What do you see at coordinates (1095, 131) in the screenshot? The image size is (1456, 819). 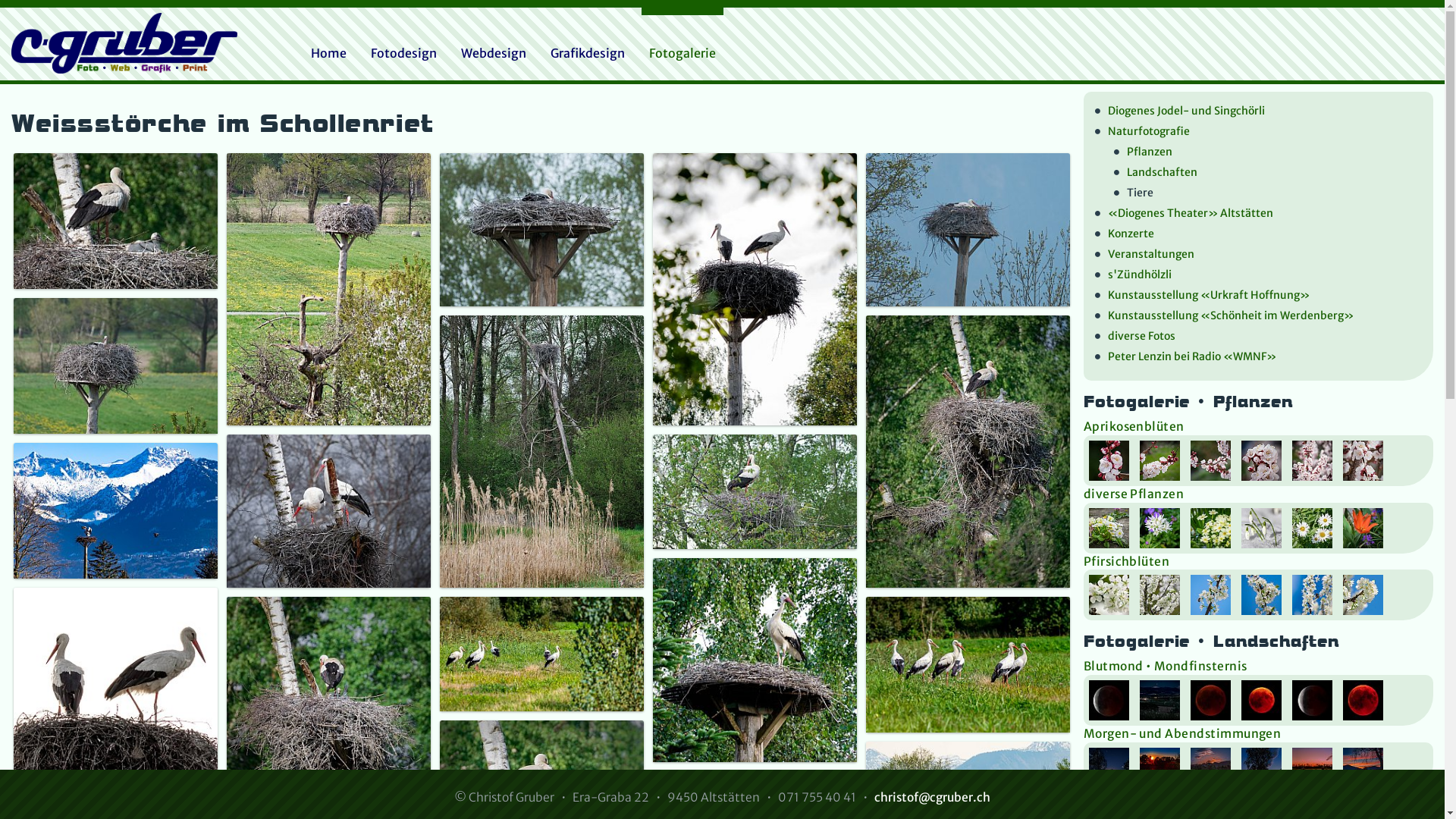 I see `'Naturfotografie'` at bounding box center [1095, 131].